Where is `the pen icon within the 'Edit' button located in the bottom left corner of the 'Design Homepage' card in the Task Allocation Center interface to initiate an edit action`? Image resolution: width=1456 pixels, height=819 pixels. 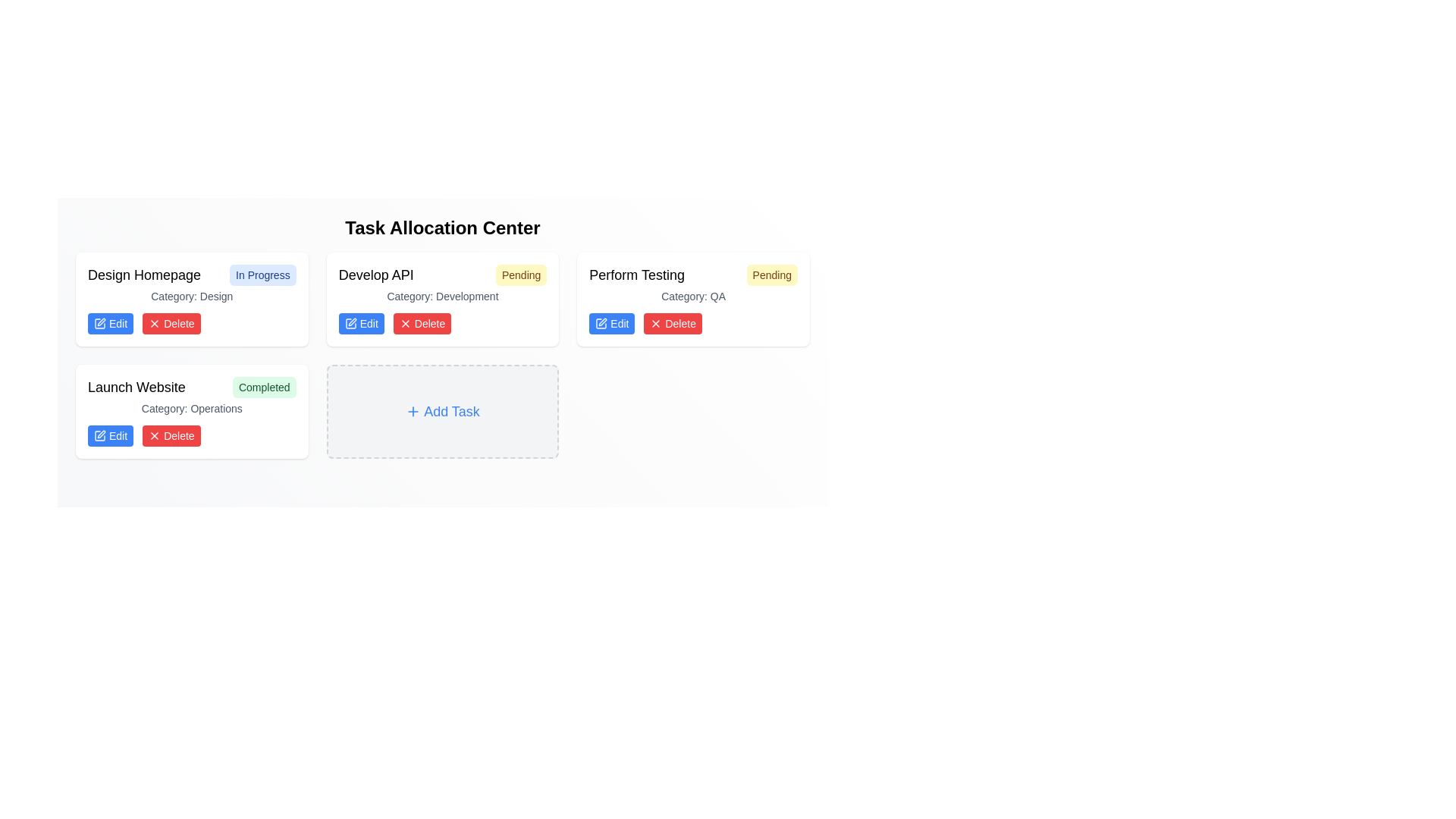 the pen icon within the 'Edit' button located in the bottom left corner of the 'Design Homepage' card in the Task Allocation Center interface to initiate an edit action is located at coordinates (99, 323).